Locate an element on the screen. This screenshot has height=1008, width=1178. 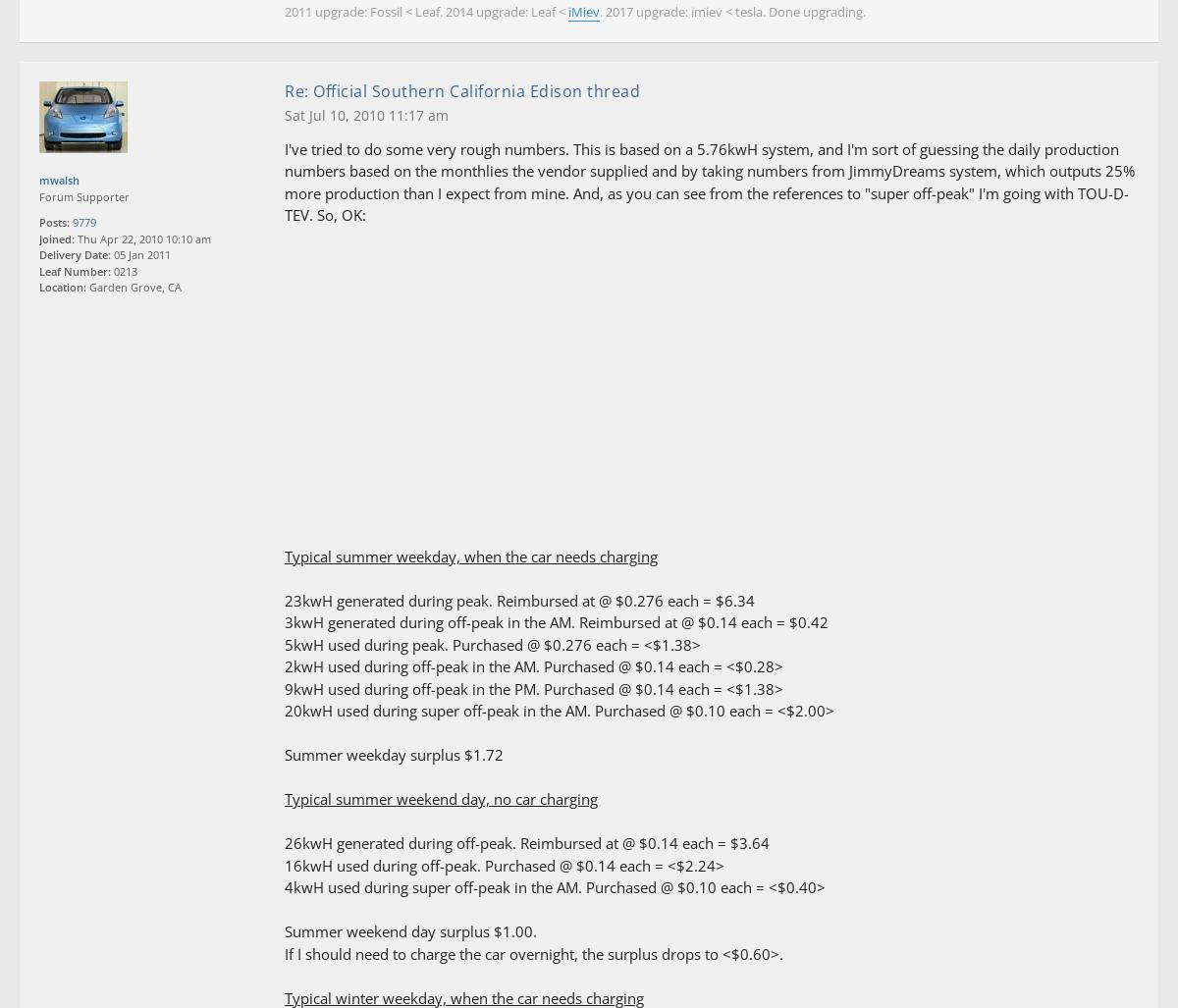
'Thu Apr 22, 2010 10:10 am' is located at coordinates (142, 238).